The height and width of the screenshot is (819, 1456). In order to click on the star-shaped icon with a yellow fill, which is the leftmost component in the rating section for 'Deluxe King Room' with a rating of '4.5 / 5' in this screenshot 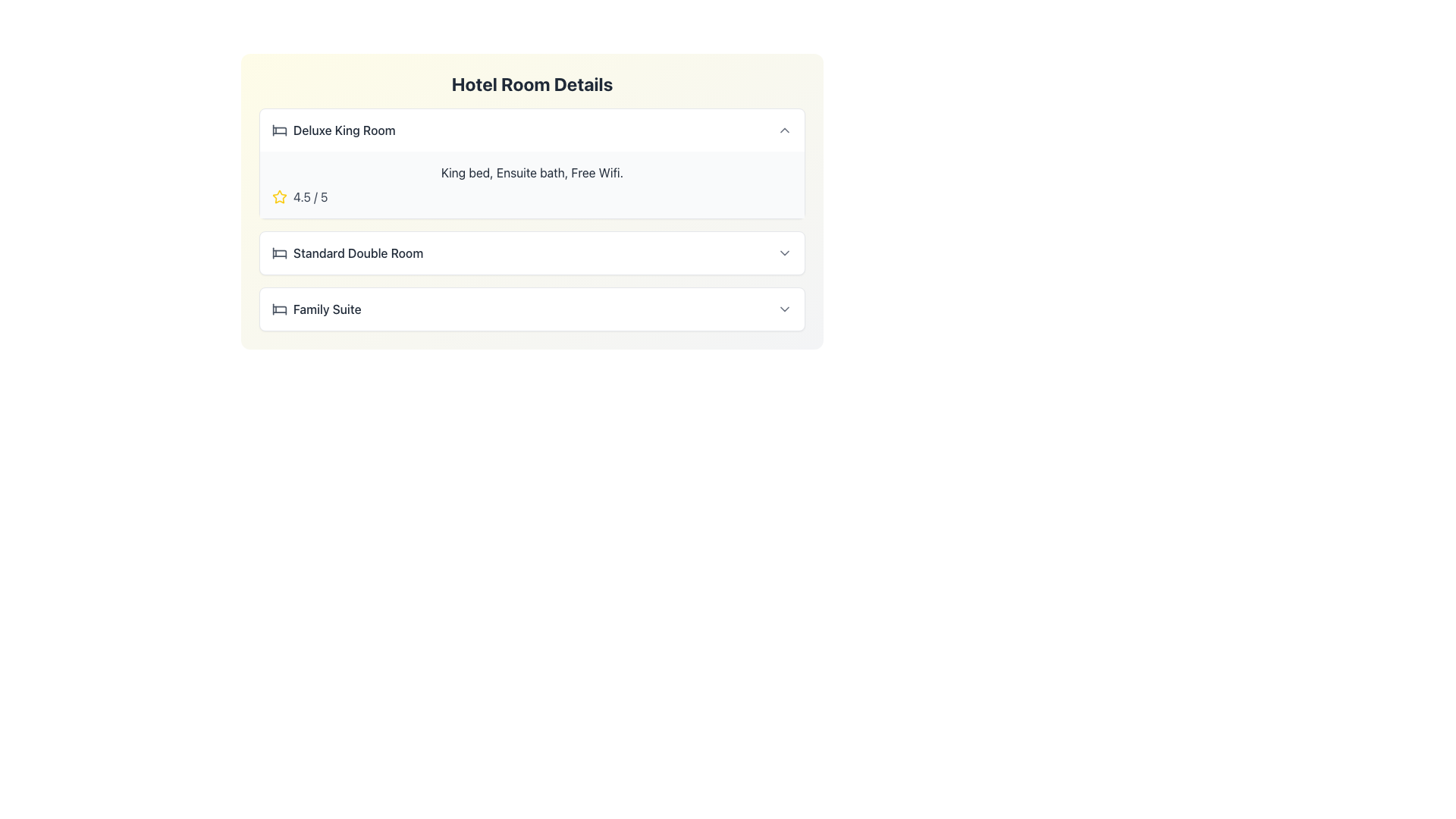, I will do `click(280, 196)`.